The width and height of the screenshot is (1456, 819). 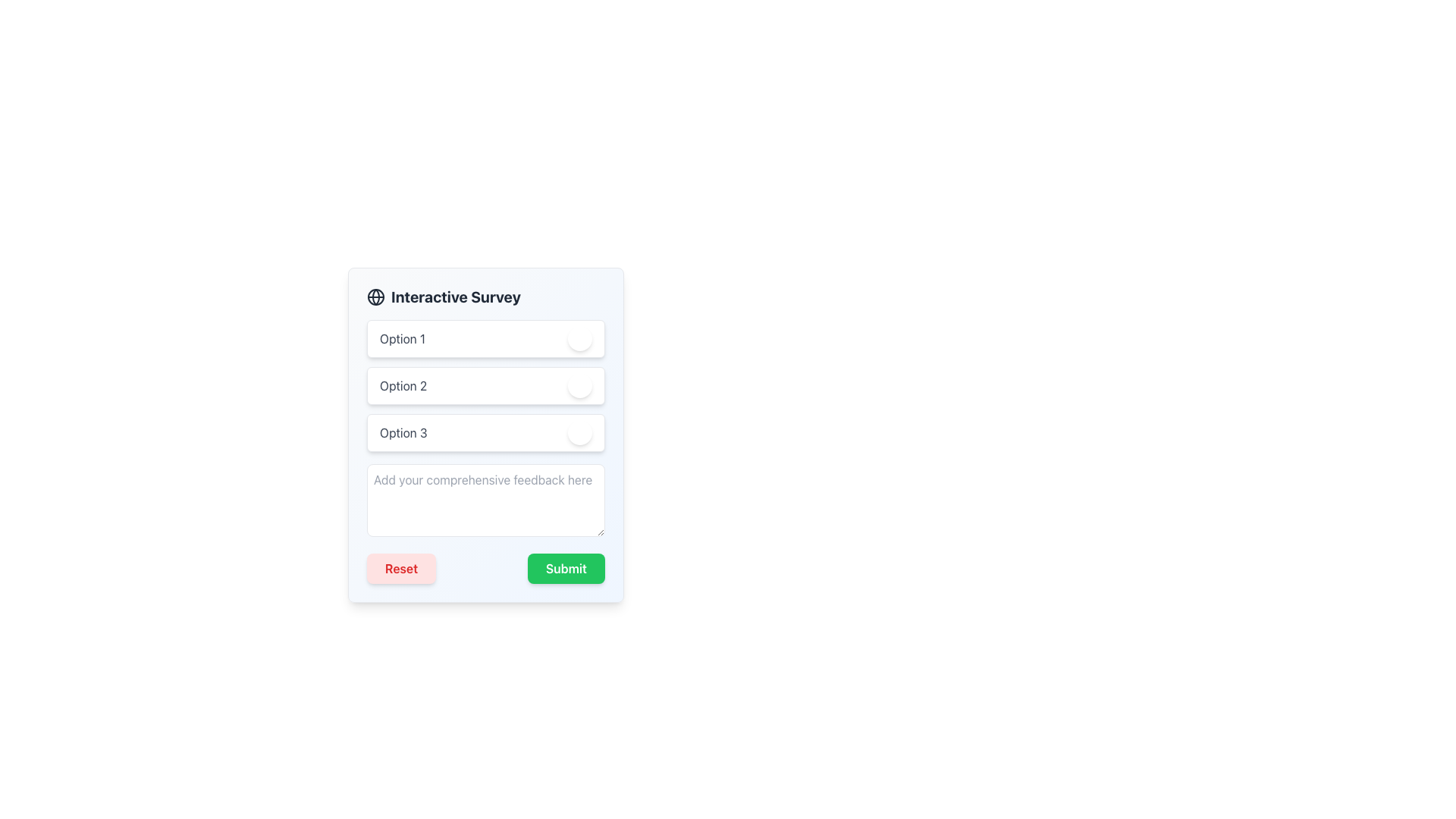 I want to click on the green 'Submit' button with rounded corners located at the bottom-right of the panel, so click(x=565, y=568).